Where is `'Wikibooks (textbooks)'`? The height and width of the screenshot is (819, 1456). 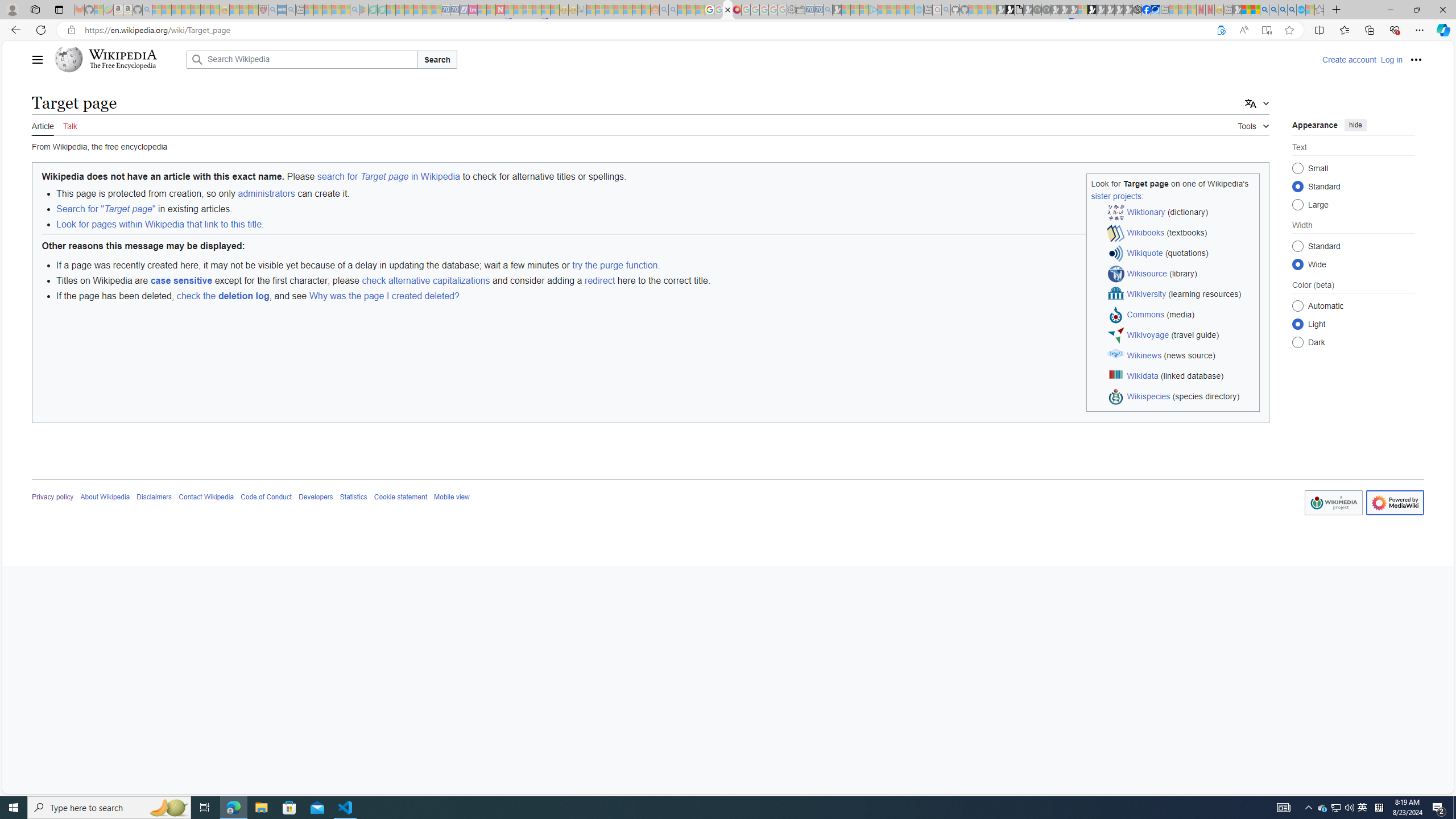
'Wikibooks (textbooks)' is located at coordinates (1181, 233).